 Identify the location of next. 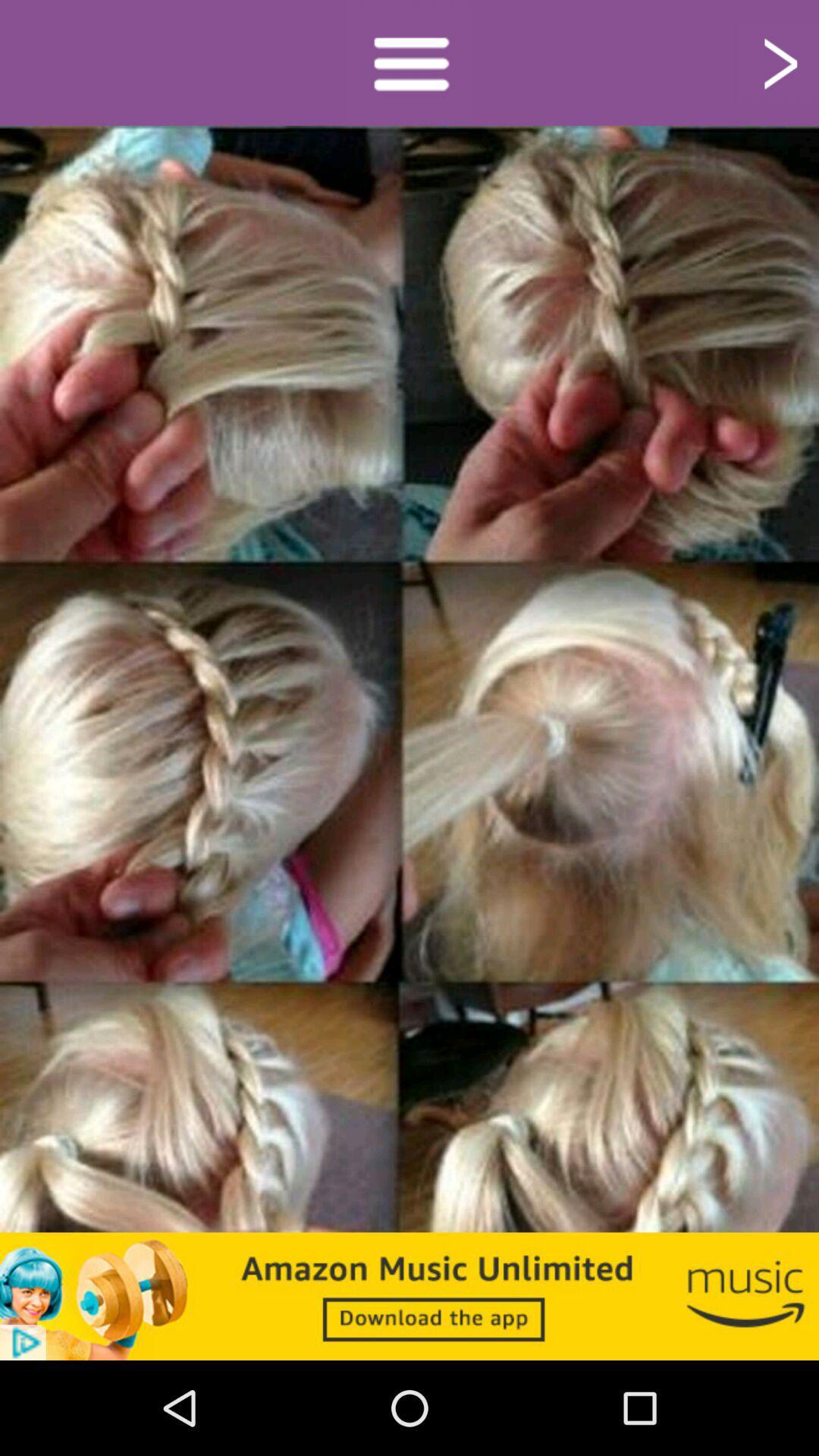
(778, 61).